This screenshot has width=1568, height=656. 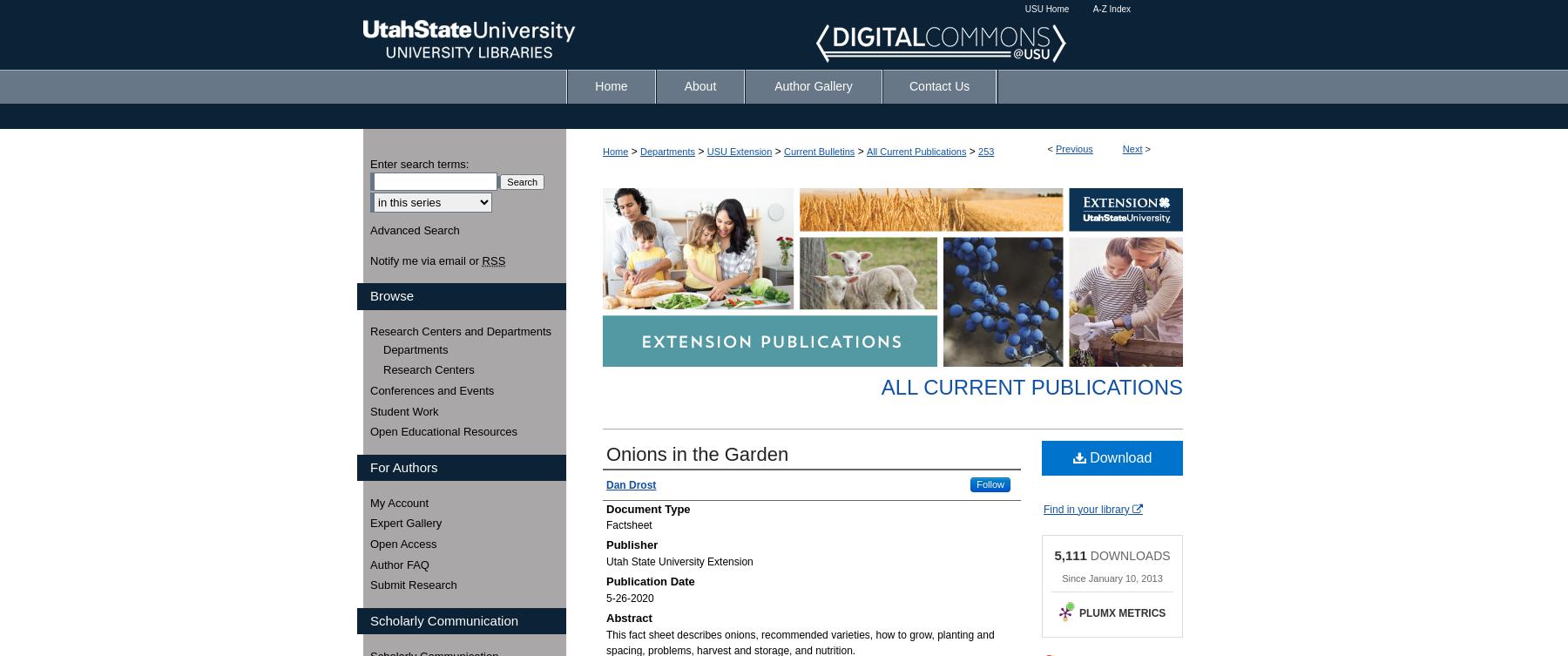 What do you see at coordinates (427, 369) in the screenshot?
I see `'Research Centers'` at bounding box center [427, 369].